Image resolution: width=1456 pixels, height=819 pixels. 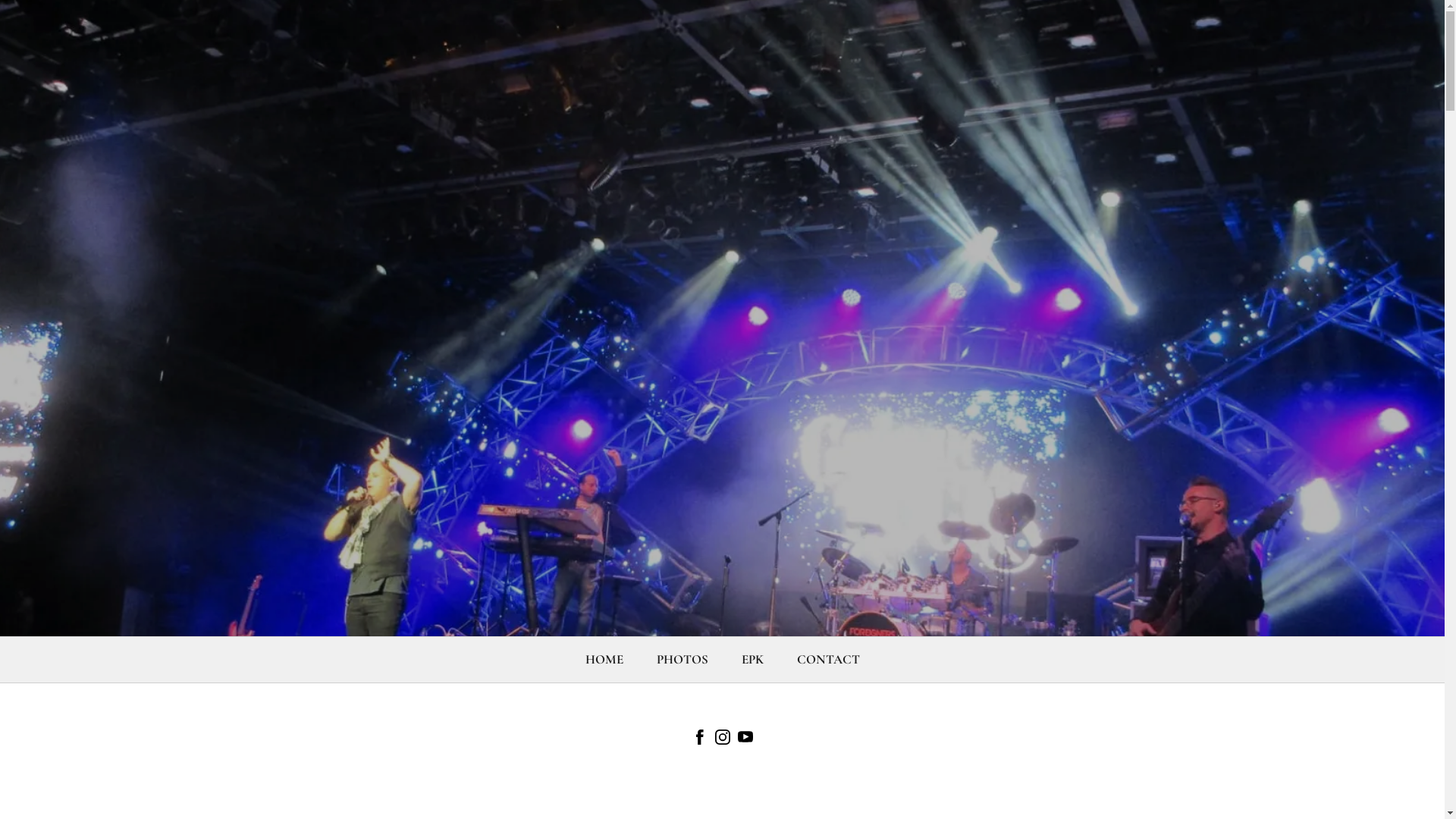 What do you see at coordinates (752, 659) in the screenshot?
I see `'EPK'` at bounding box center [752, 659].